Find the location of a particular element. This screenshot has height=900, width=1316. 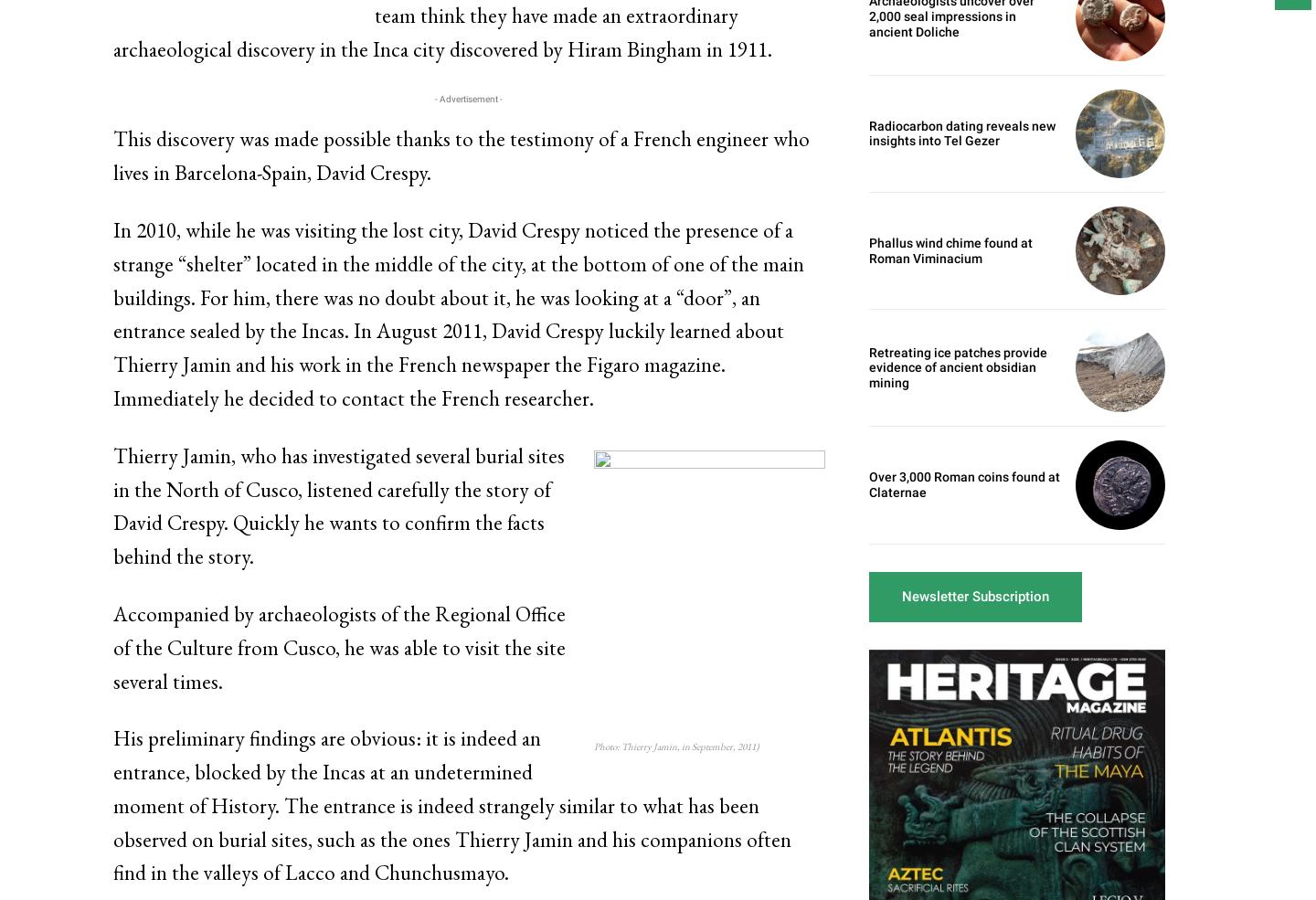

'Photo: Thierry Jamin, in September, 2011)' is located at coordinates (674, 744).